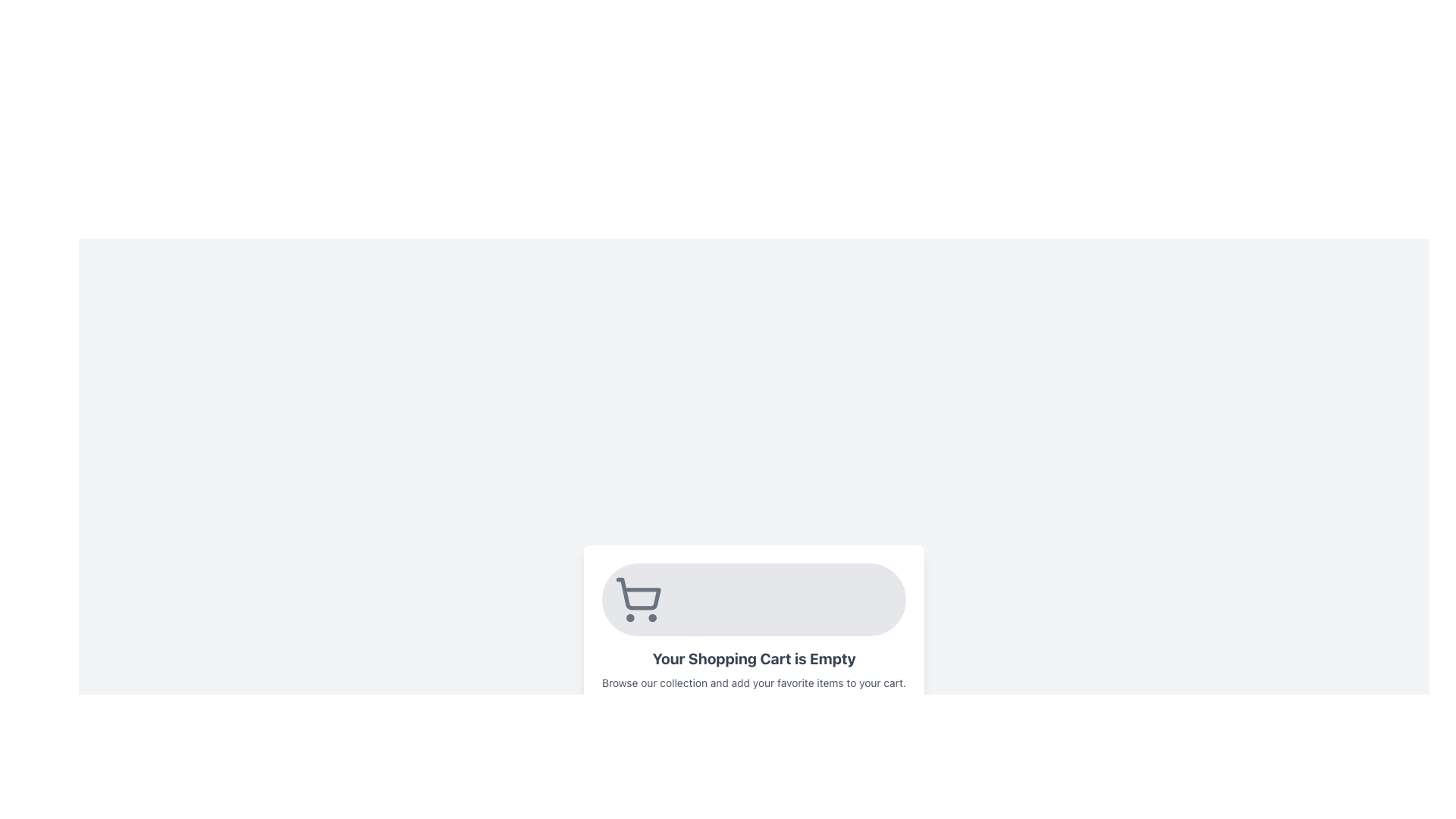  I want to click on the 'Your Shopping Cart is Empty' text label element for accessibility purposes, so click(754, 657).